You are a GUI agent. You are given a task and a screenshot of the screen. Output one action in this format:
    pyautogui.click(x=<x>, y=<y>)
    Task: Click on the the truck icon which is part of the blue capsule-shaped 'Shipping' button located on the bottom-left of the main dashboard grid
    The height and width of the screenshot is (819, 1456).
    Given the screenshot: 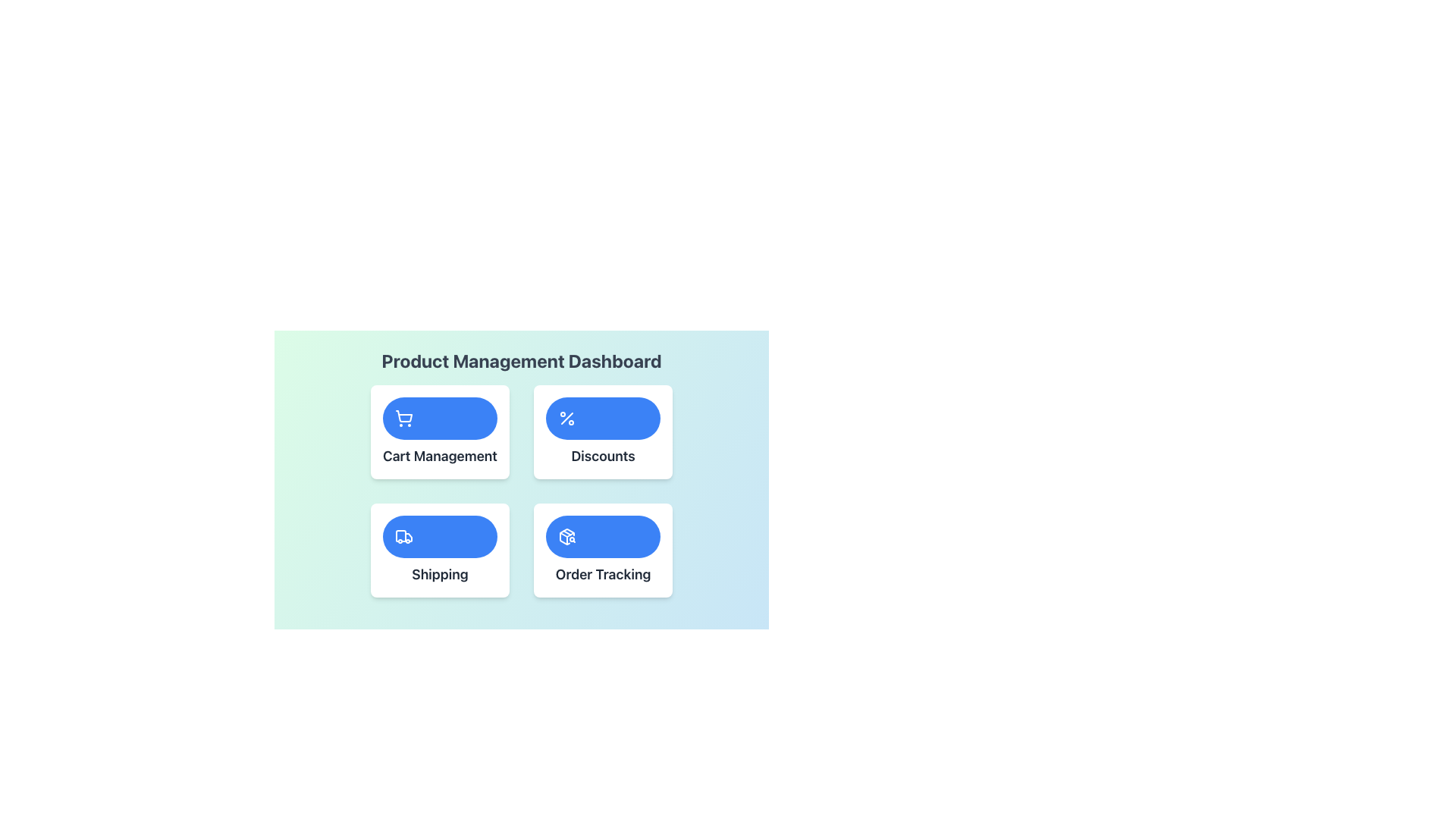 What is the action you would take?
    pyautogui.click(x=400, y=535)
    